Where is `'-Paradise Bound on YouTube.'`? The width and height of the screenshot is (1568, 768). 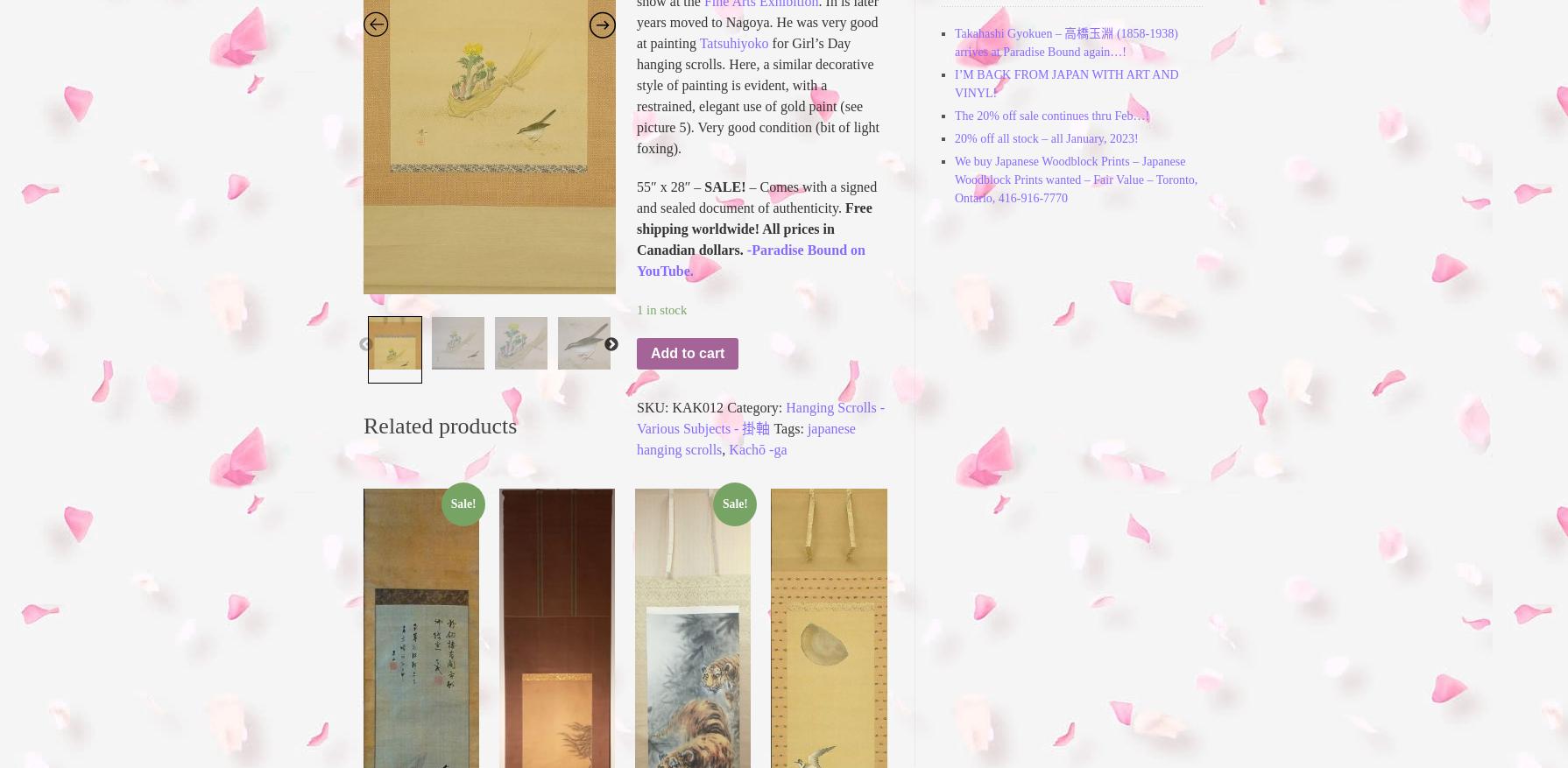
'-Paradise Bound on YouTube.' is located at coordinates (750, 259).